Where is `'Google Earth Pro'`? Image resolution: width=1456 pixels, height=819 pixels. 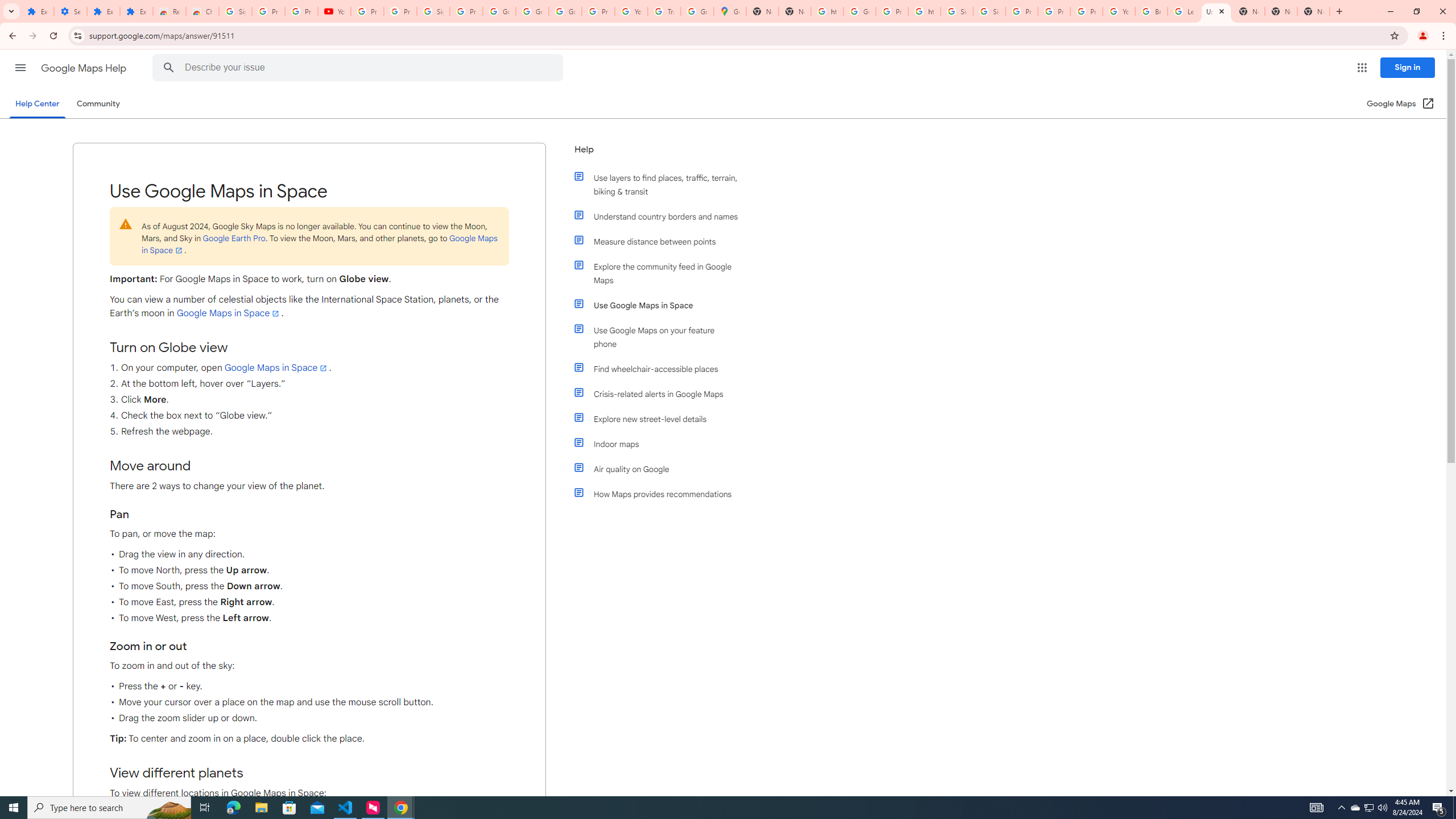
'Google Earth Pro' is located at coordinates (233, 238).